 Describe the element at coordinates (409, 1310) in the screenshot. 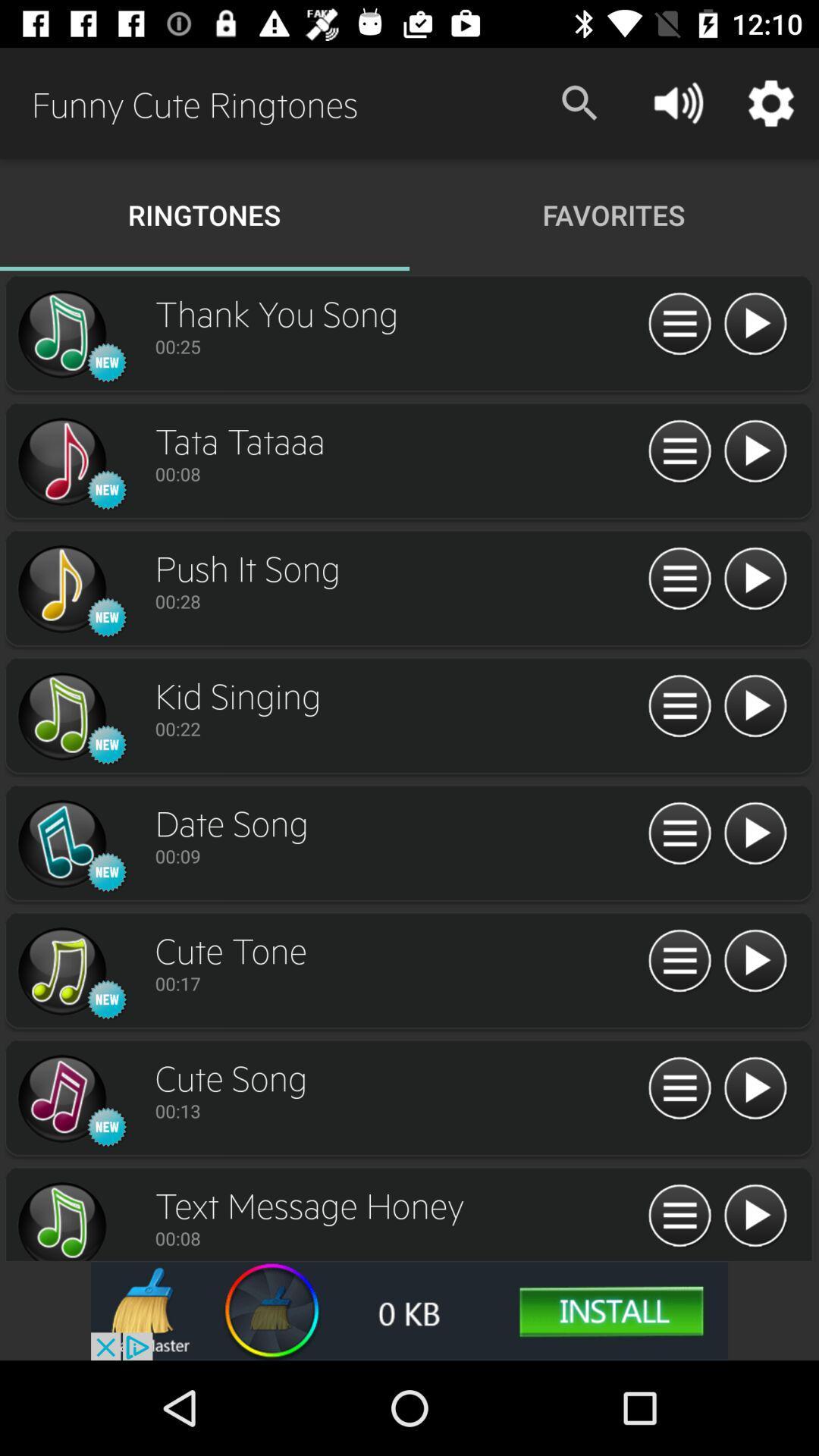

I see `advertisement website` at that location.